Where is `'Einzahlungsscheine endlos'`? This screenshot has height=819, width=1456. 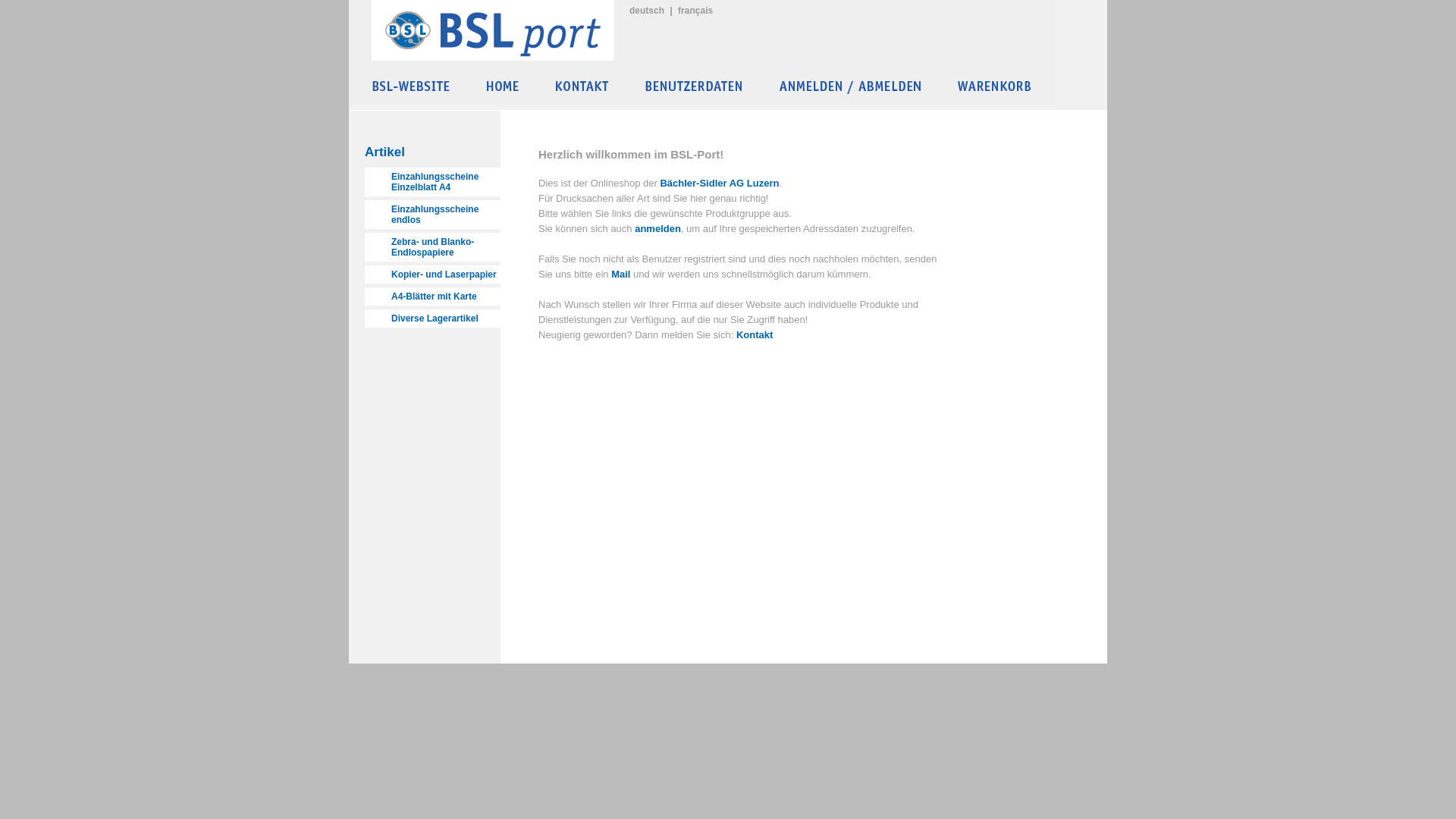 'Einzahlungsscheine endlos' is located at coordinates (364, 214).